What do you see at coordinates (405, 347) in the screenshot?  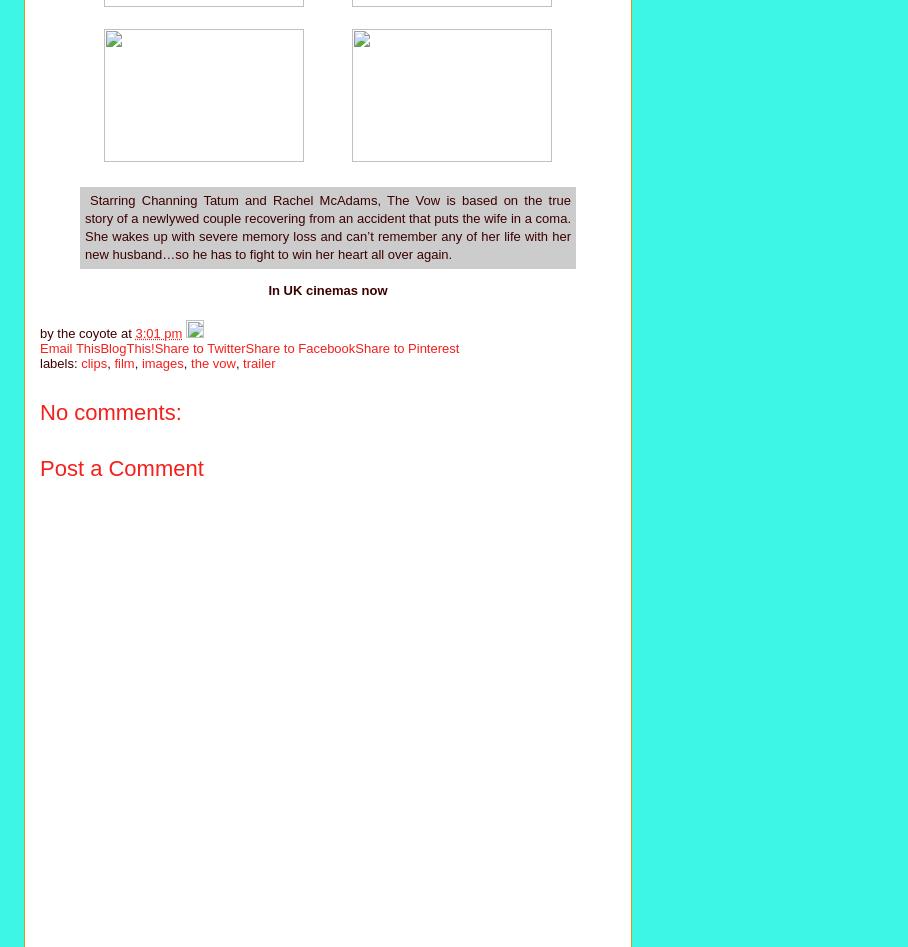 I see `'Share to Pinterest'` at bounding box center [405, 347].